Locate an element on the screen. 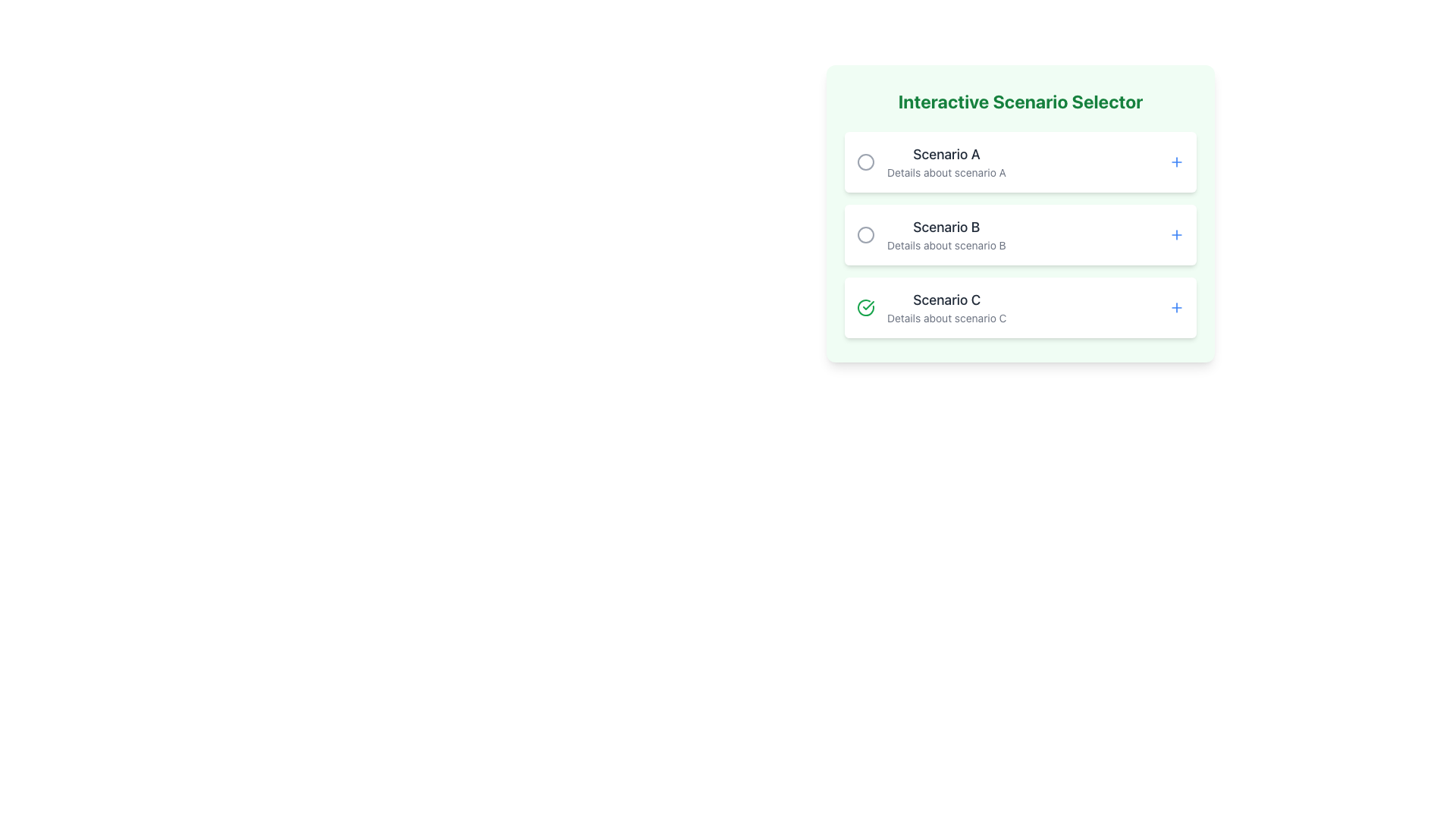 The height and width of the screenshot is (819, 1456). the blue plus sign icon located at the far right of the 'Scenario C' row in the 'Interactive Scenario Selector' panel is located at coordinates (1175, 307).